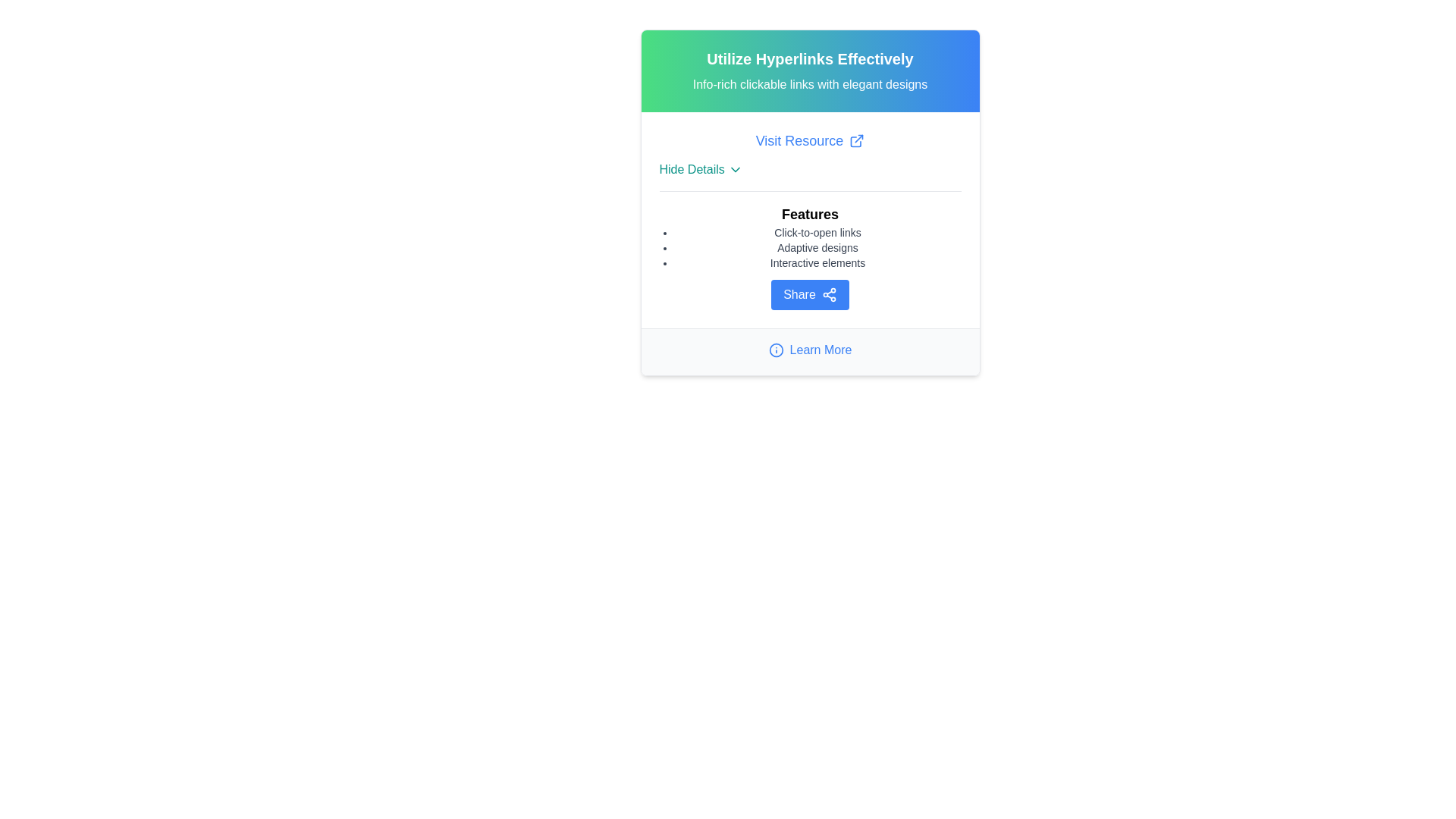 This screenshot has height=819, width=1456. Describe the element at coordinates (809, 295) in the screenshot. I see `the 'Share' button, which has a blue background, white rounded corners, and an icon of three interconnected nodes` at that location.